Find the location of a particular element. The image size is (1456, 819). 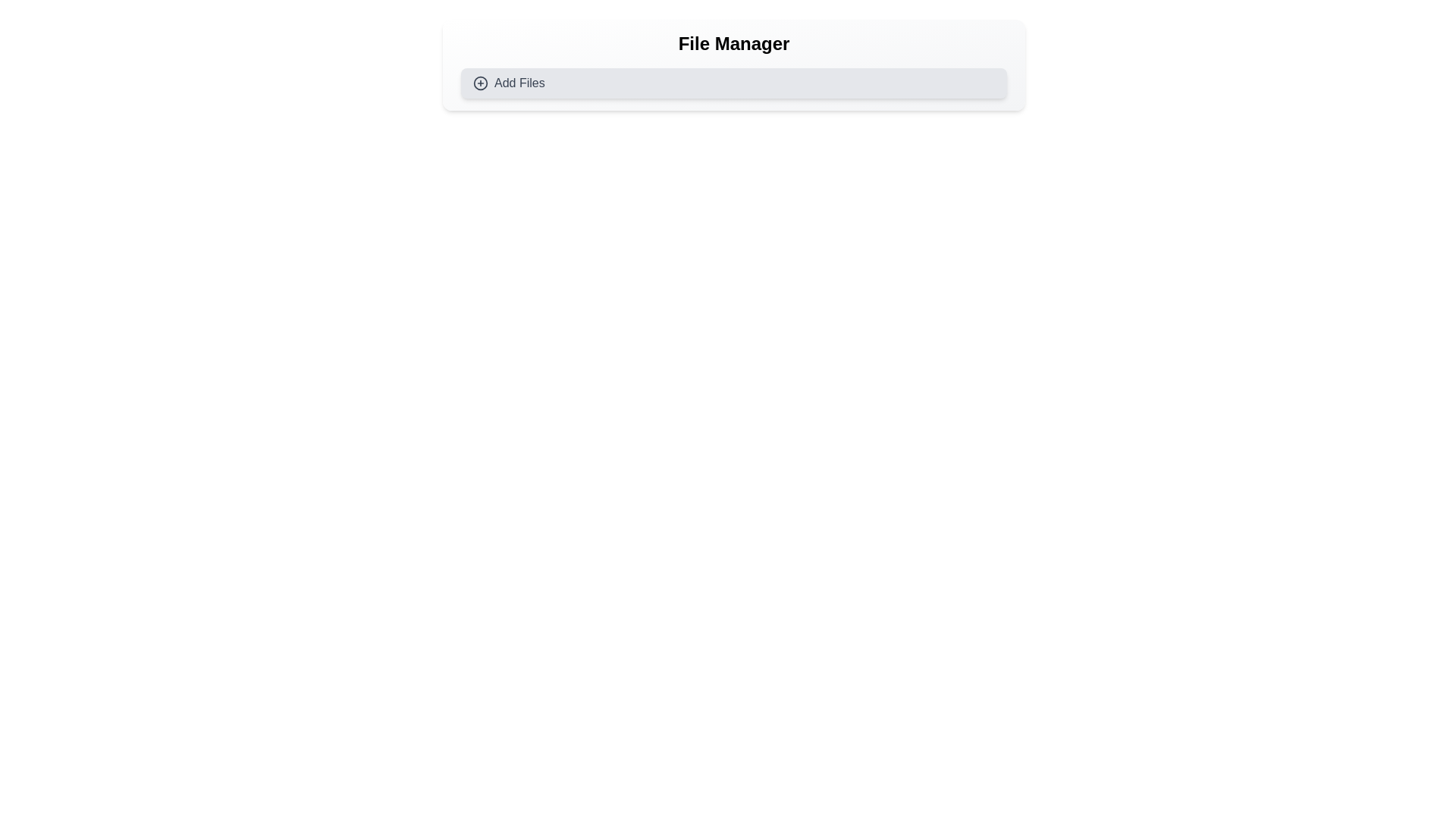

the 'File Manager' header text, which is displayed prominently in a large, bold font at the top-center of the interface is located at coordinates (734, 42).